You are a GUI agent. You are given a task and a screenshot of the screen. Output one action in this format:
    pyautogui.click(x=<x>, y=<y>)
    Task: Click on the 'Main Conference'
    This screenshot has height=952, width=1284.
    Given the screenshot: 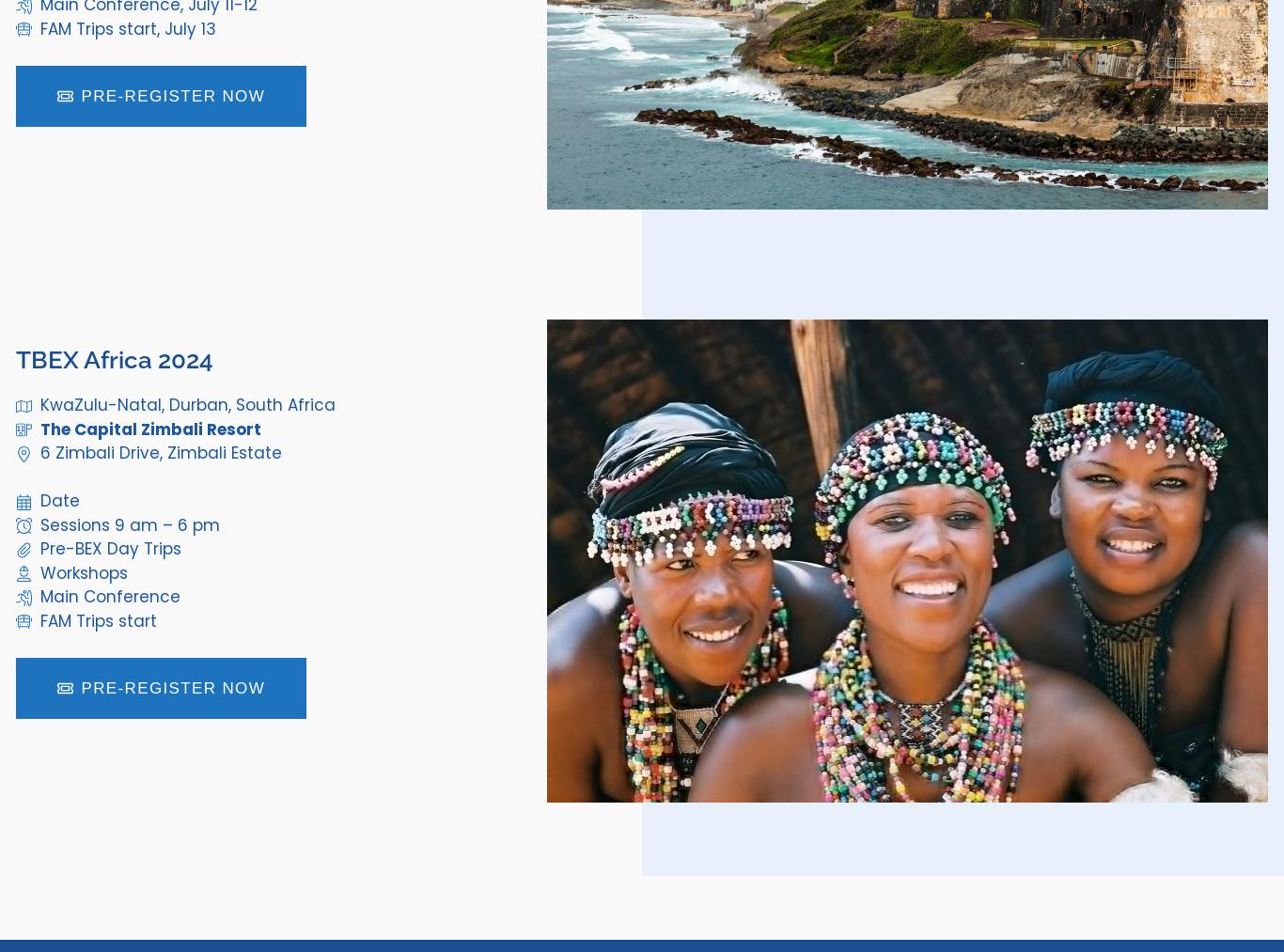 What is the action you would take?
    pyautogui.click(x=108, y=596)
    